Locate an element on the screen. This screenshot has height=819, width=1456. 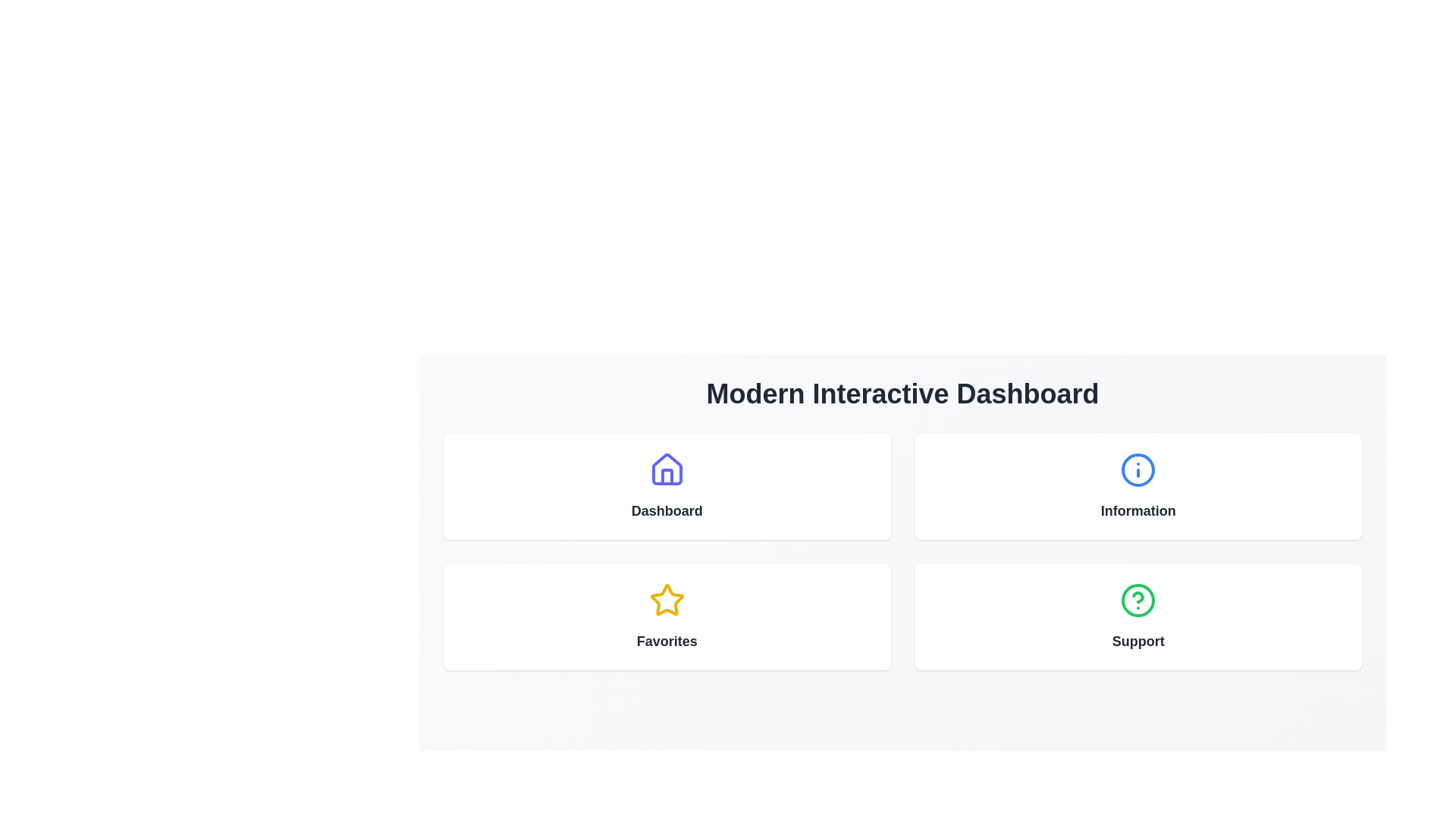
the 'Support' text label, which is styled with a larger font size and bold typography, located at the bottom of the bottom-right card in the interface is located at coordinates (1138, 641).